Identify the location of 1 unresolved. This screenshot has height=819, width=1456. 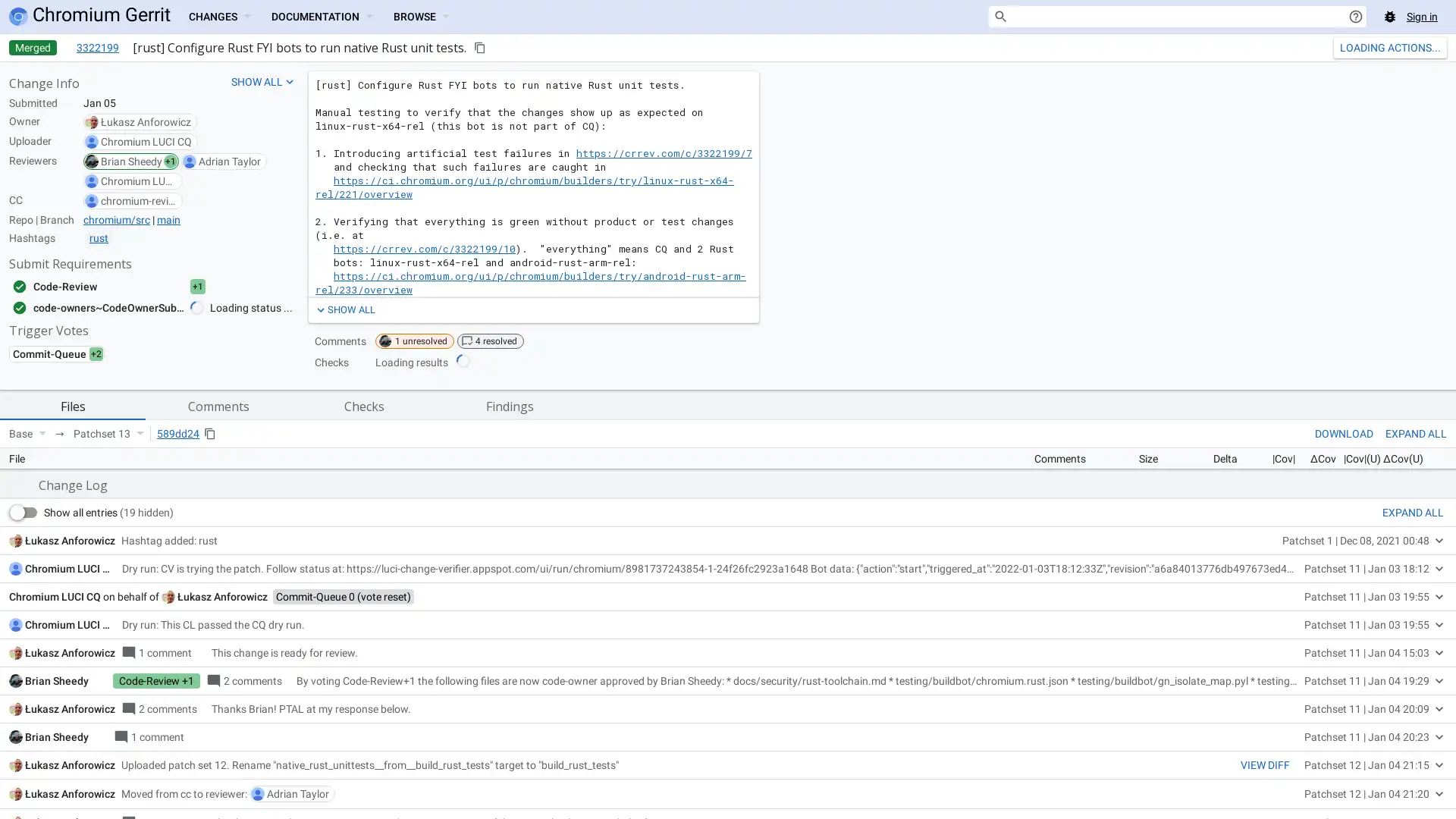
(415, 341).